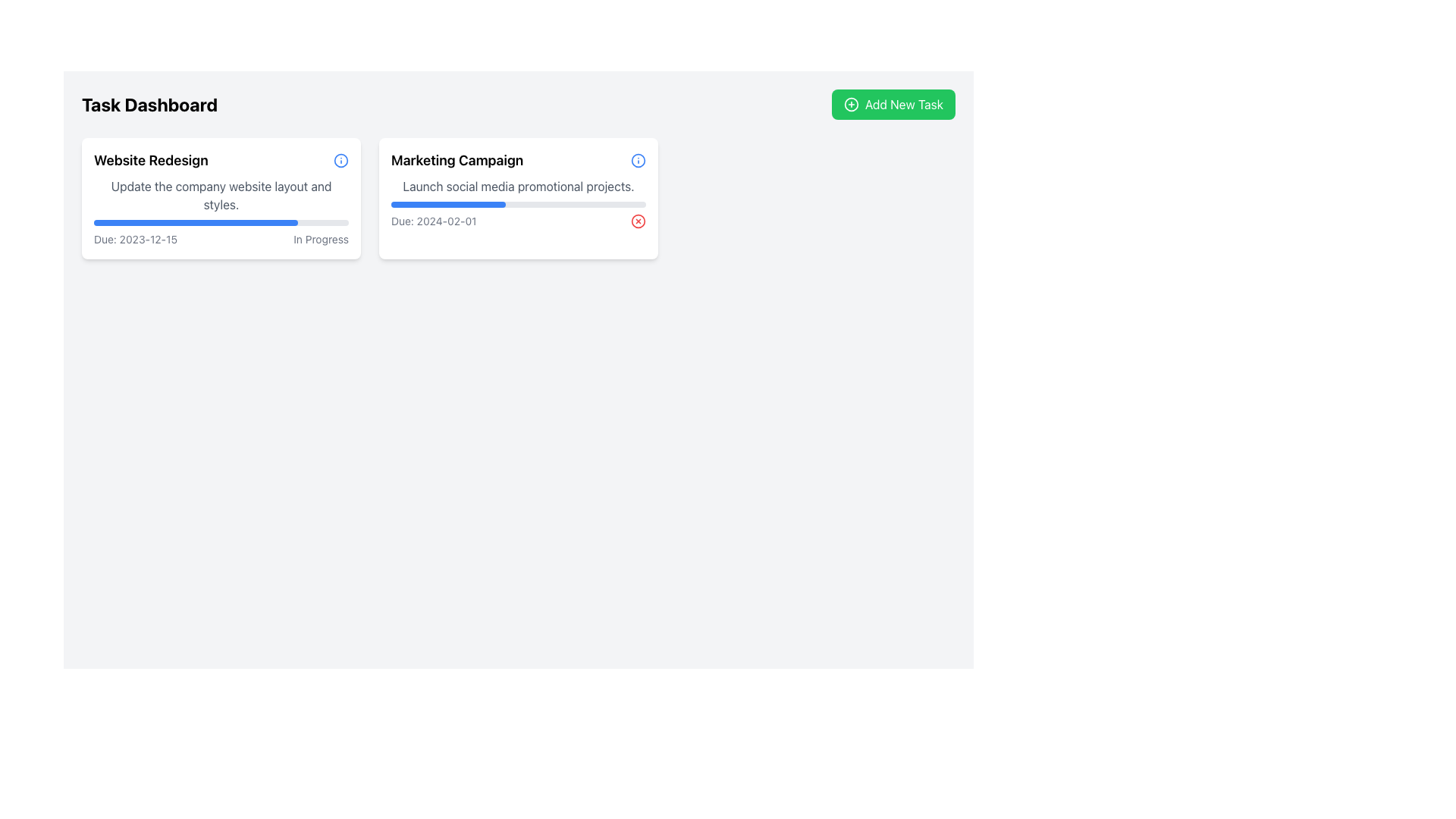 The height and width of the screenshot is (819, 1456). What do you see at coordinates (893, 104) in the screenshot?
I see `the 'Create New Task' button located in the top-right corner of the 'Task Dashboard'` at bounding box center [893, 104].